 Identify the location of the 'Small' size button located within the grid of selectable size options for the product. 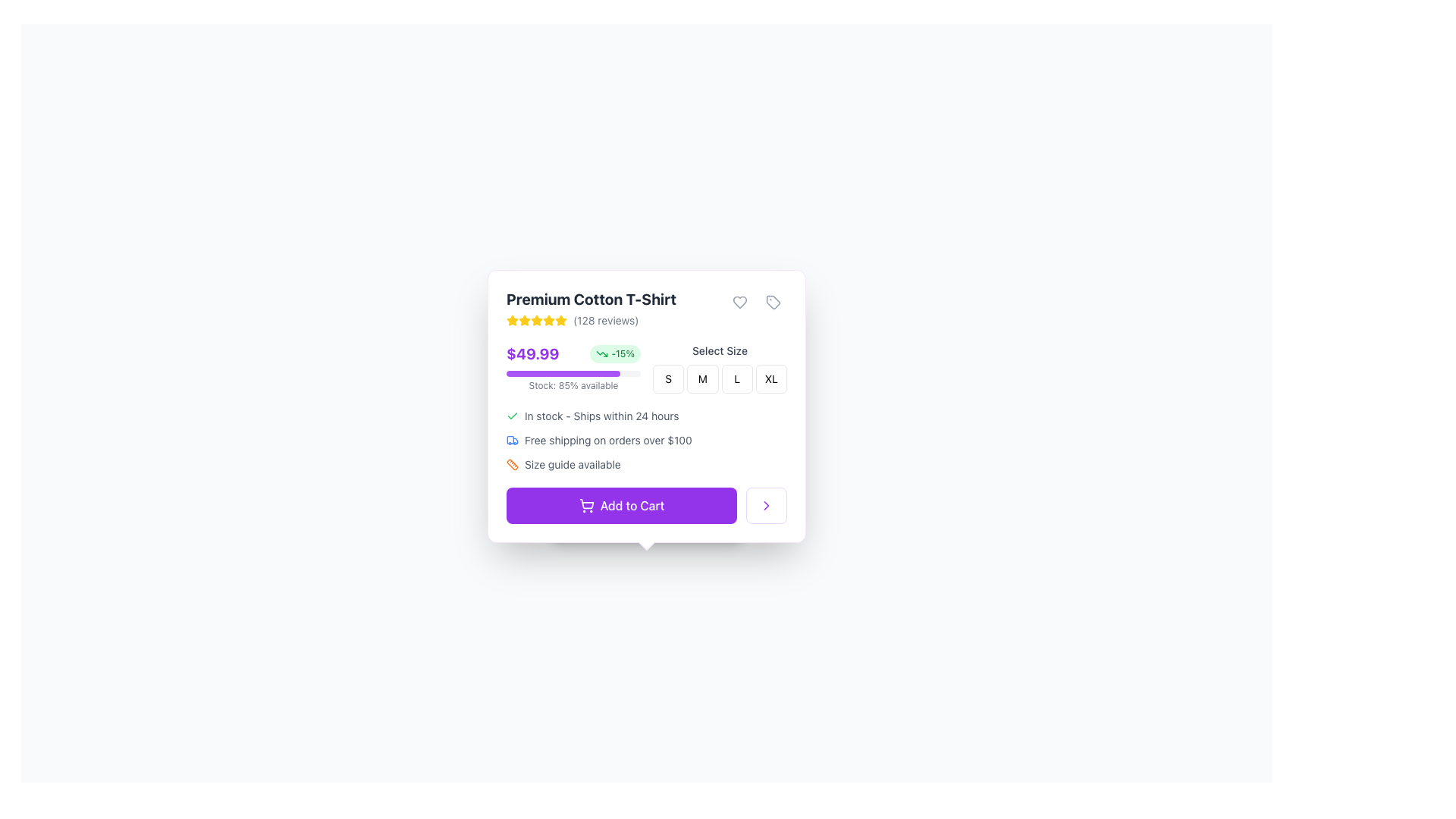
(667, 378).